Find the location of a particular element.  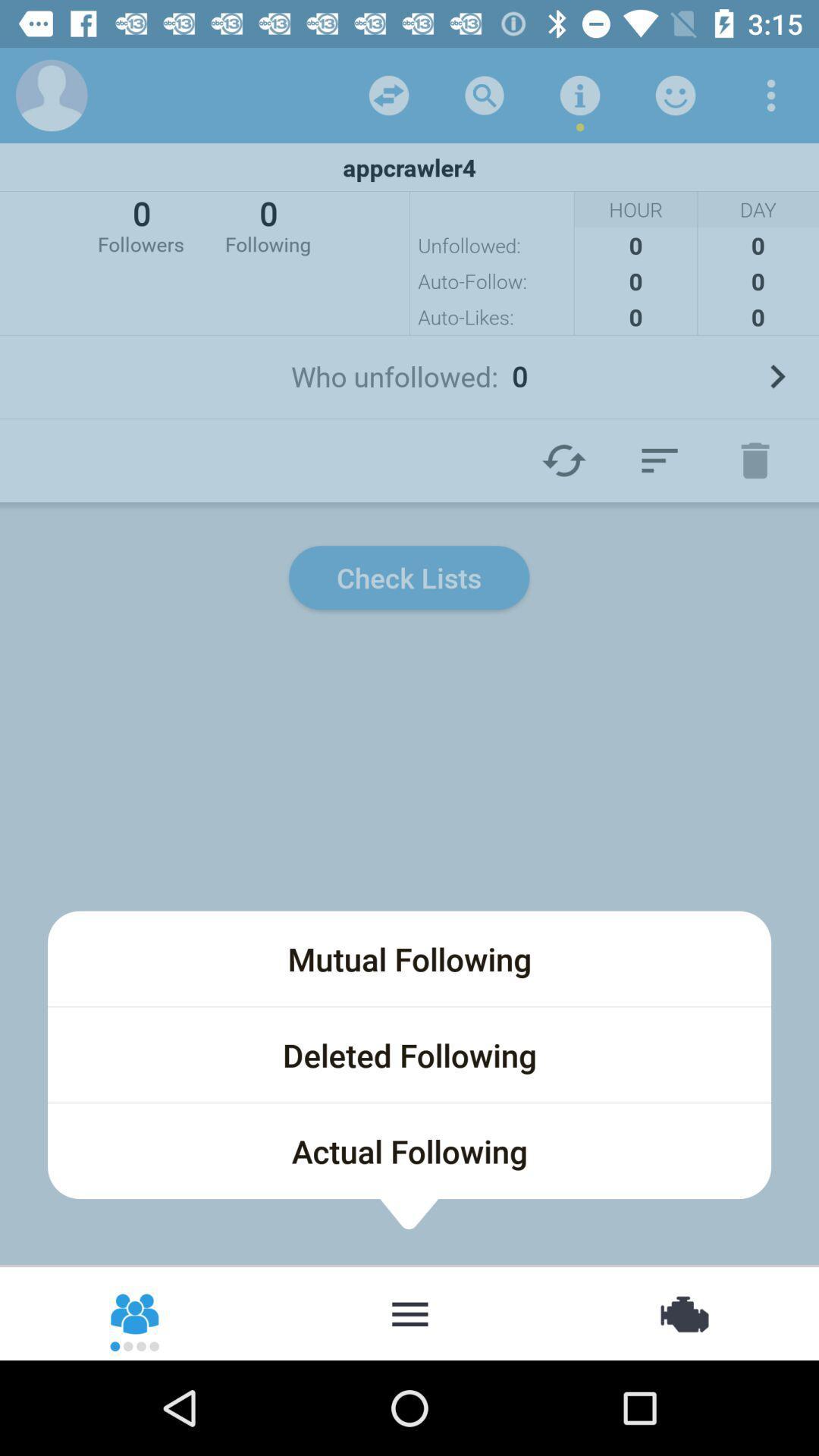

followers list is located at coordinates (135, 1312).